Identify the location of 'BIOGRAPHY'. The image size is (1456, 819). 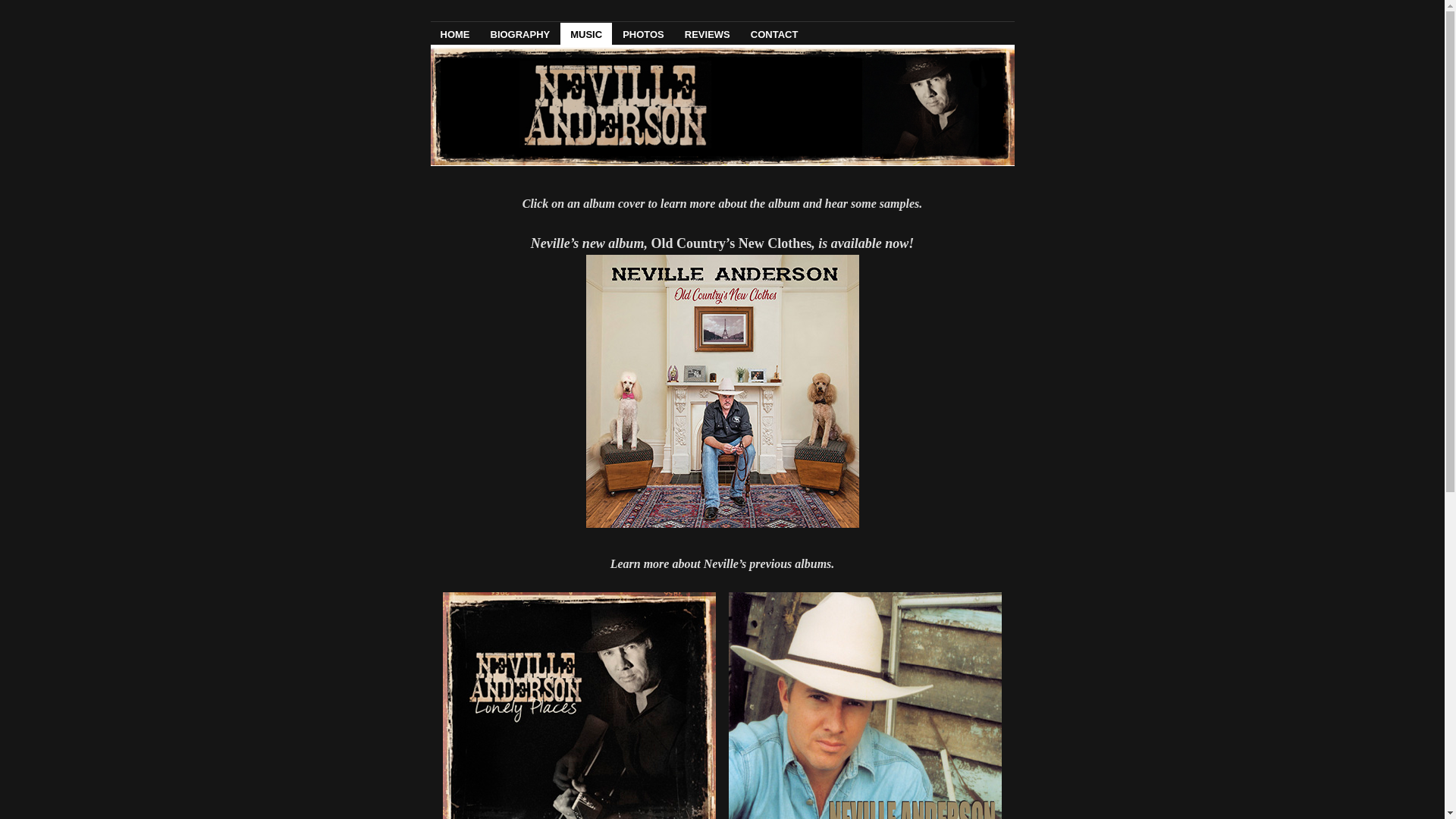
(520, 33).